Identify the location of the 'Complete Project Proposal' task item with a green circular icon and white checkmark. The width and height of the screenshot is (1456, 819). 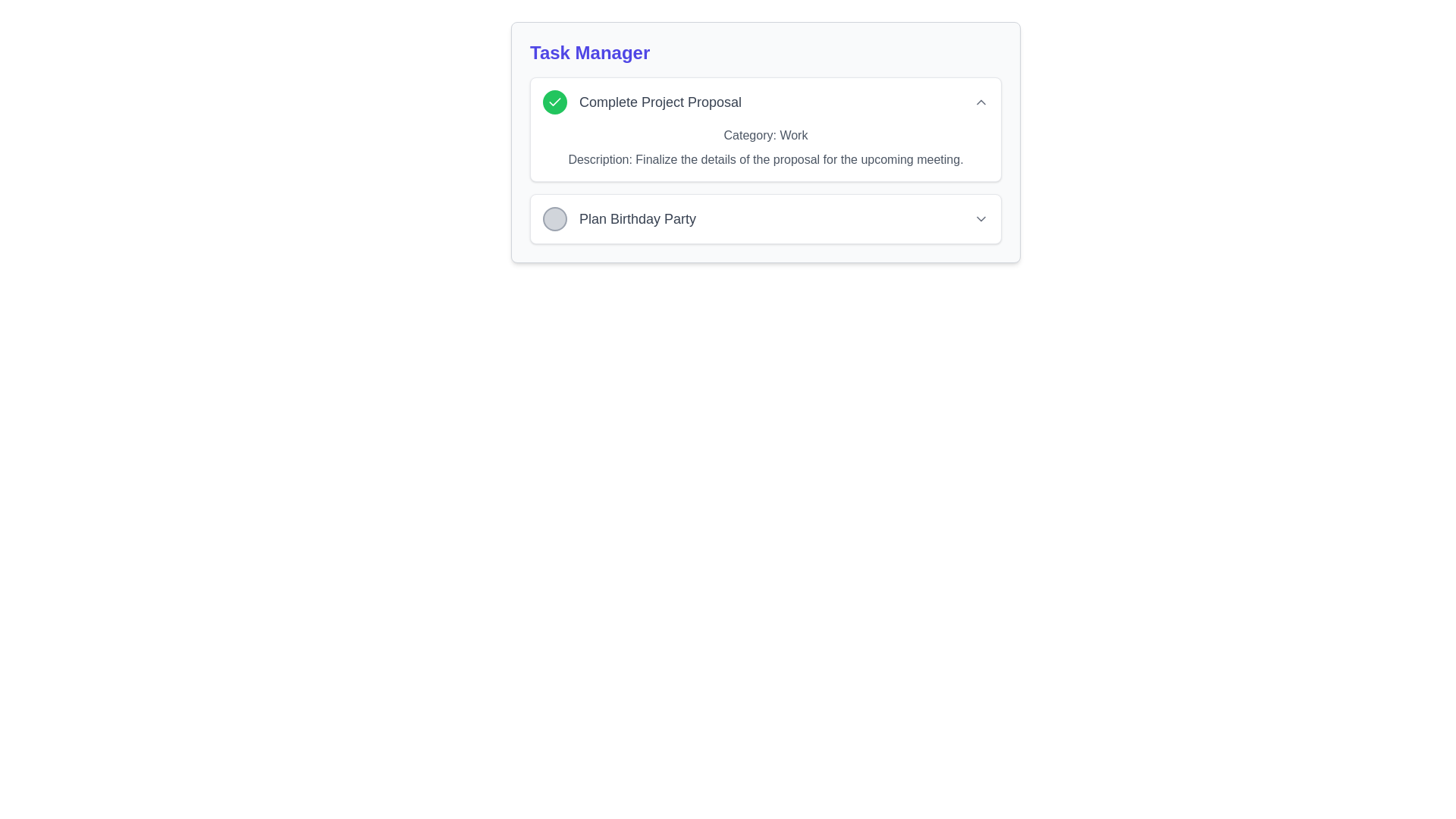
(642, 102).